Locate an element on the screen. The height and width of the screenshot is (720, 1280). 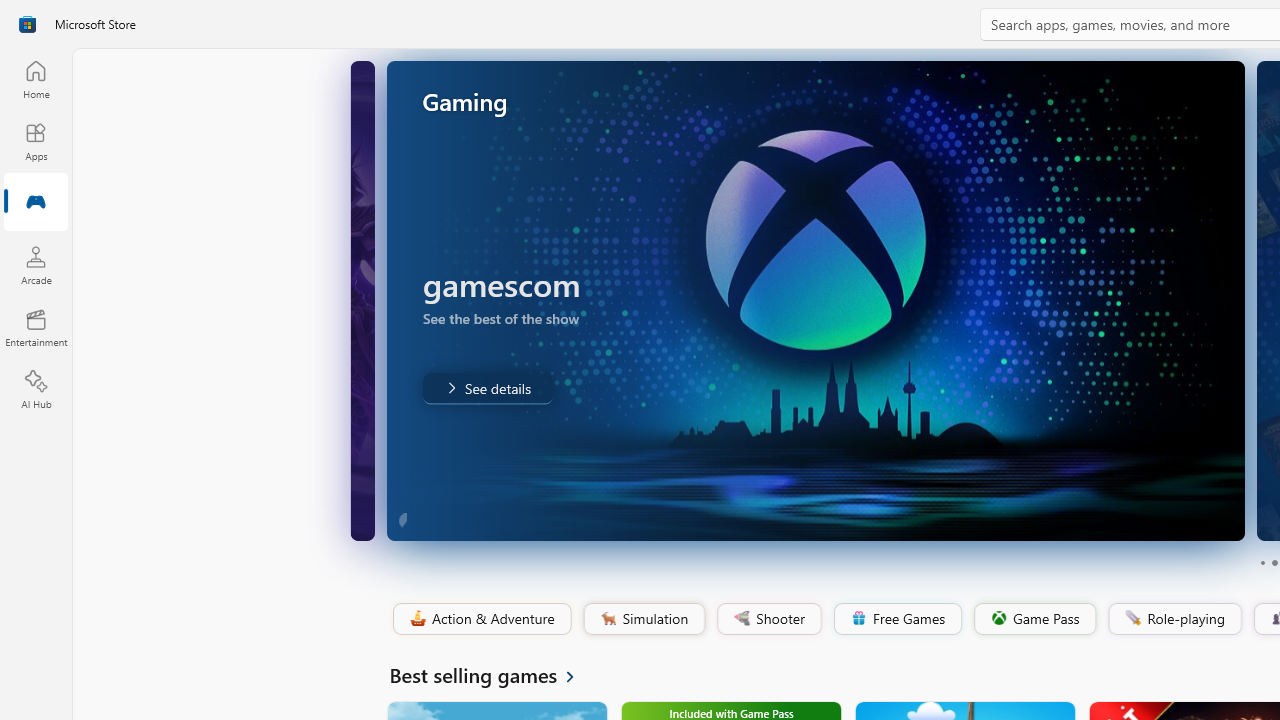
'AutomationID: Image' is located at coordinates (815, 300).